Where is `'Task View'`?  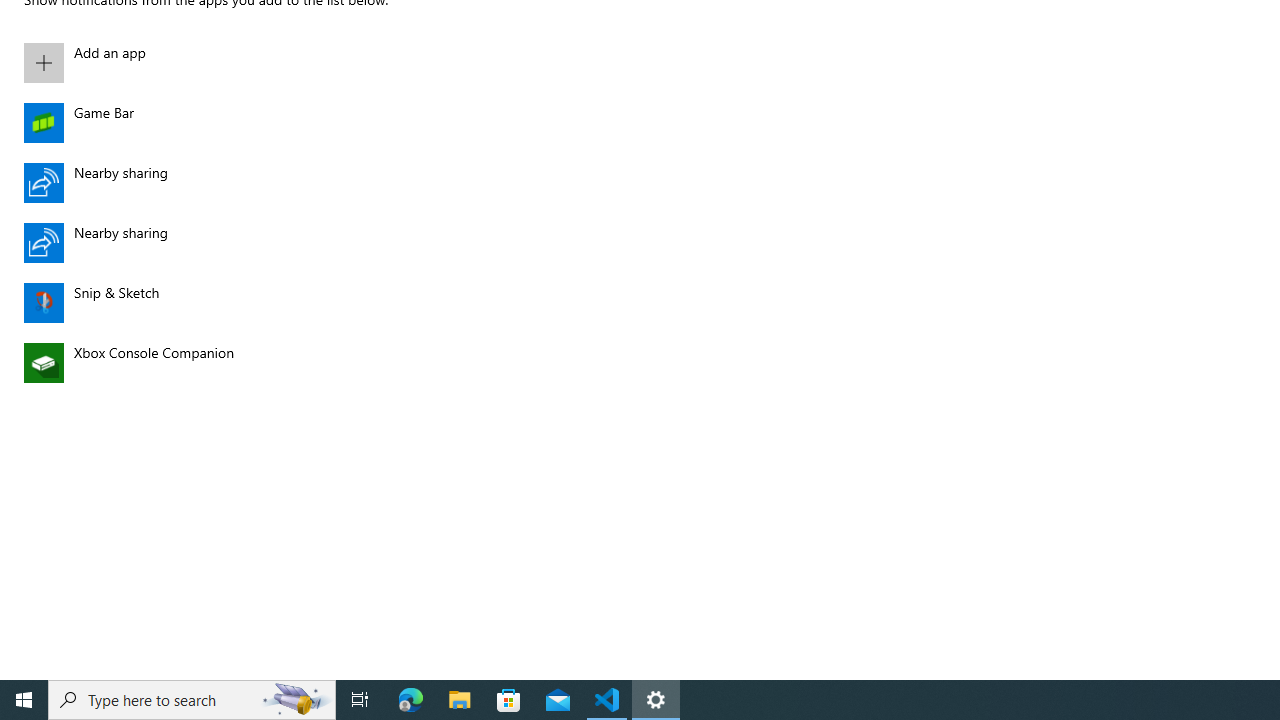 'Task View' is located at coordinates (359, 698).